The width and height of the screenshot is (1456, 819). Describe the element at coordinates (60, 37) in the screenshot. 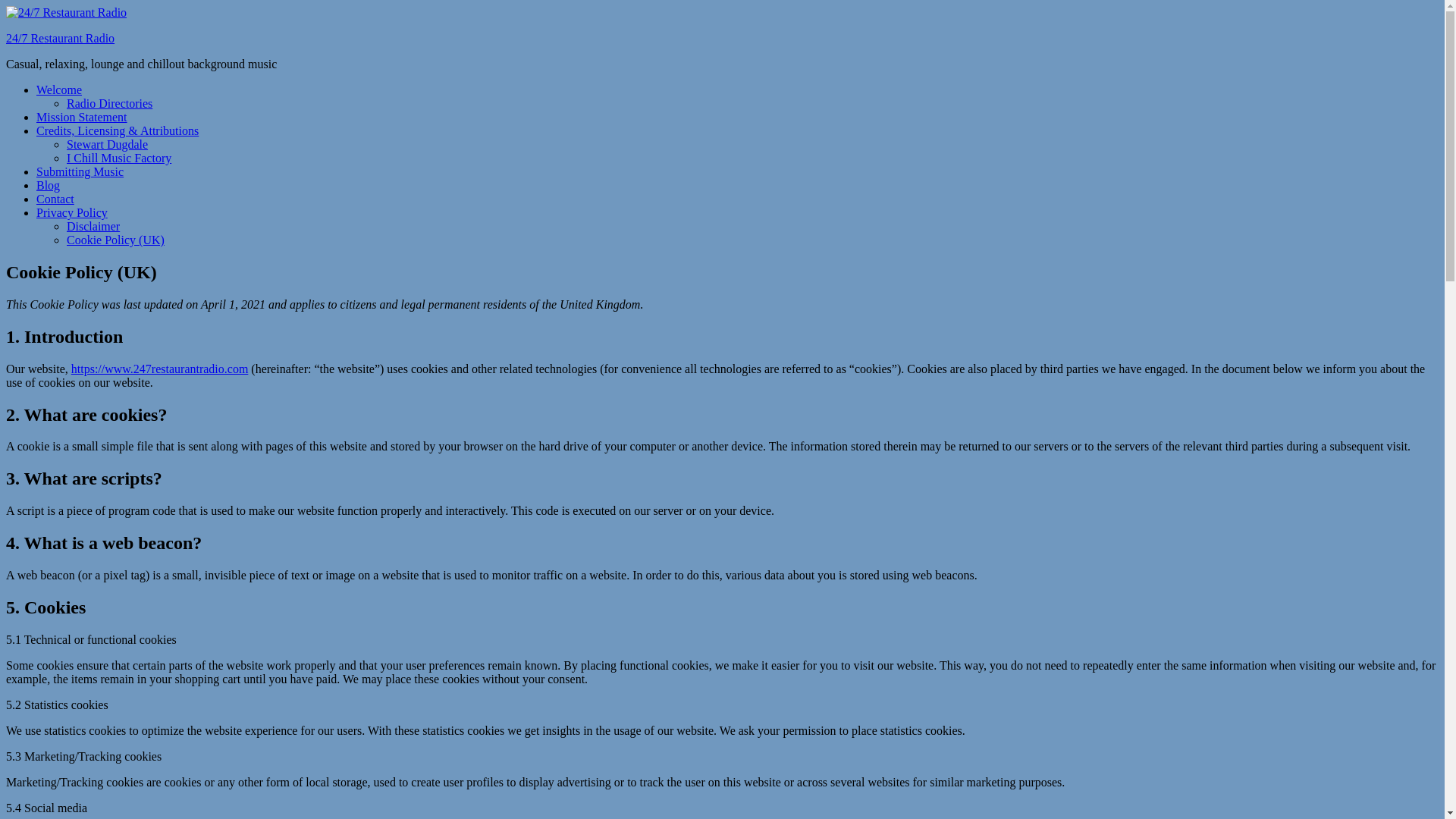

I see `'24/7 Restaurant Radio'` at that location.